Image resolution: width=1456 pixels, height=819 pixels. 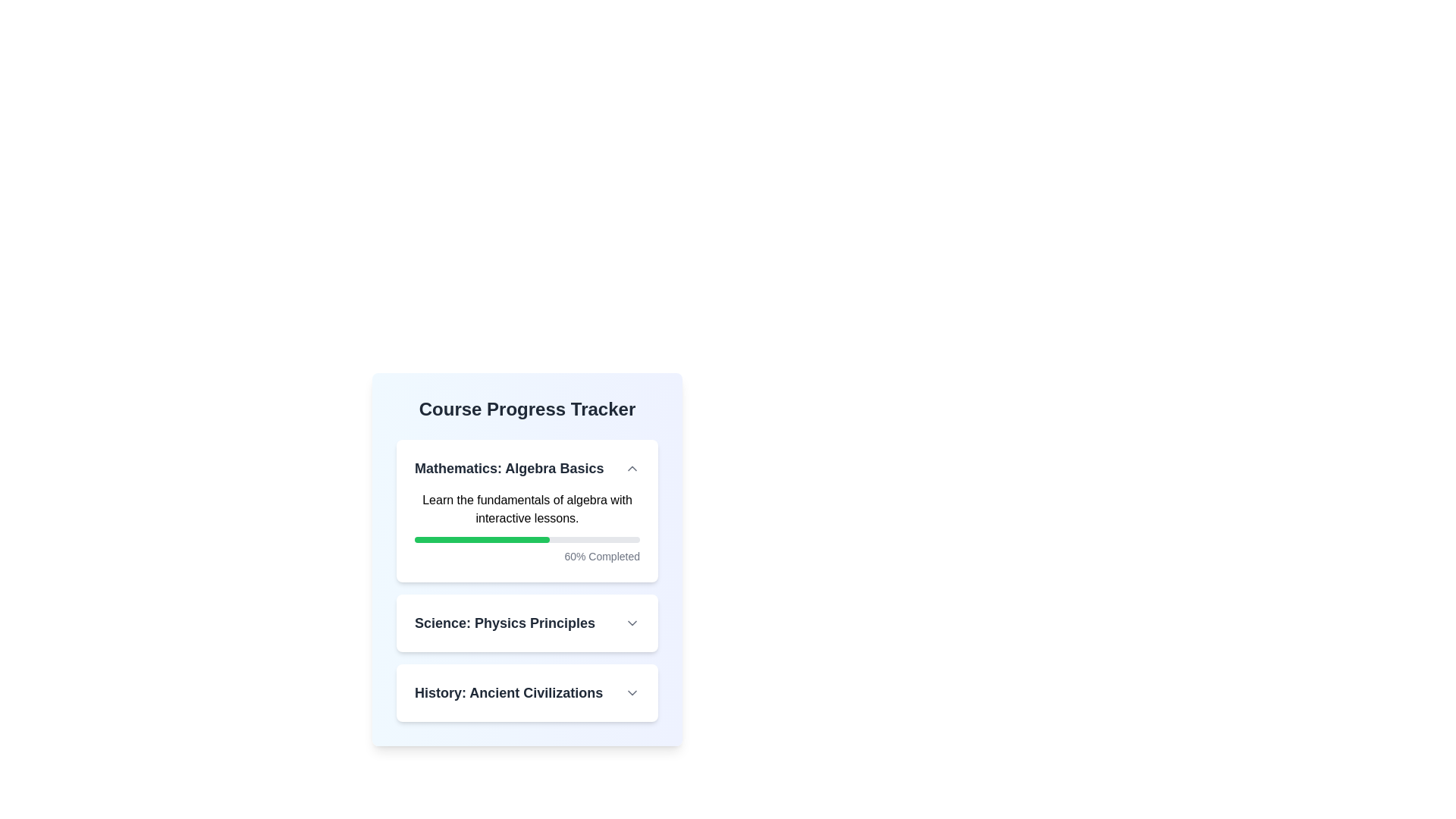 I want to click on the text label displaying 'History: Ancient Civilizations' in the Course Progress Tracker interface, which is styled in bold dark gray and indicates a section title, so click(x=509, y=693).